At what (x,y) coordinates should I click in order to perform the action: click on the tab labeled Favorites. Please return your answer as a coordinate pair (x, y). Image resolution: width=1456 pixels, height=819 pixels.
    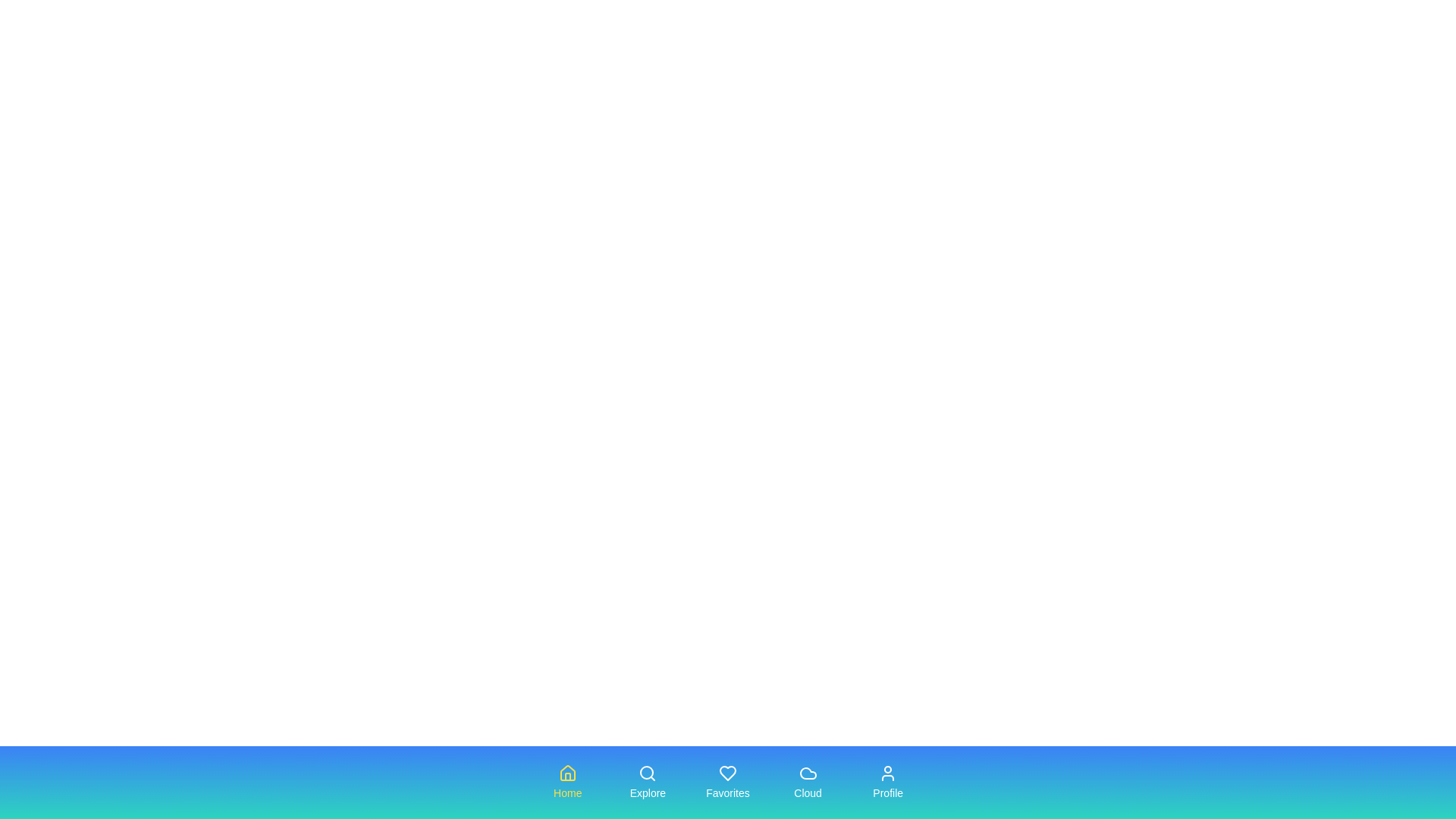
    Looking at the image, I should click on (728, 783).